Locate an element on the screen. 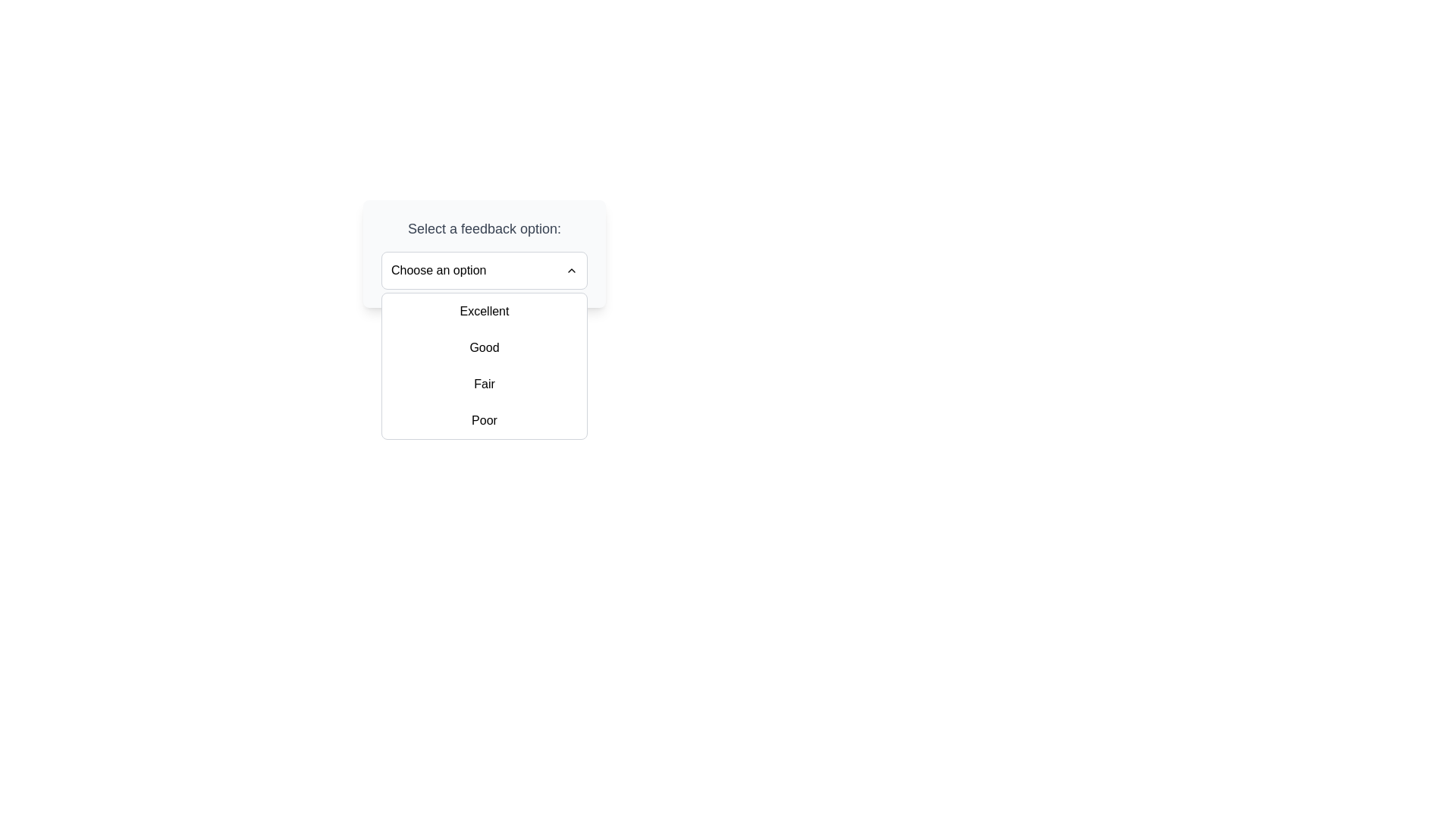 Image resolution: width=1456 pixels, height=819 pixels. the active state icon of the dropdown menu located at the top-right corner of the 'Choose an option' button is located at coordinates (570, 270).